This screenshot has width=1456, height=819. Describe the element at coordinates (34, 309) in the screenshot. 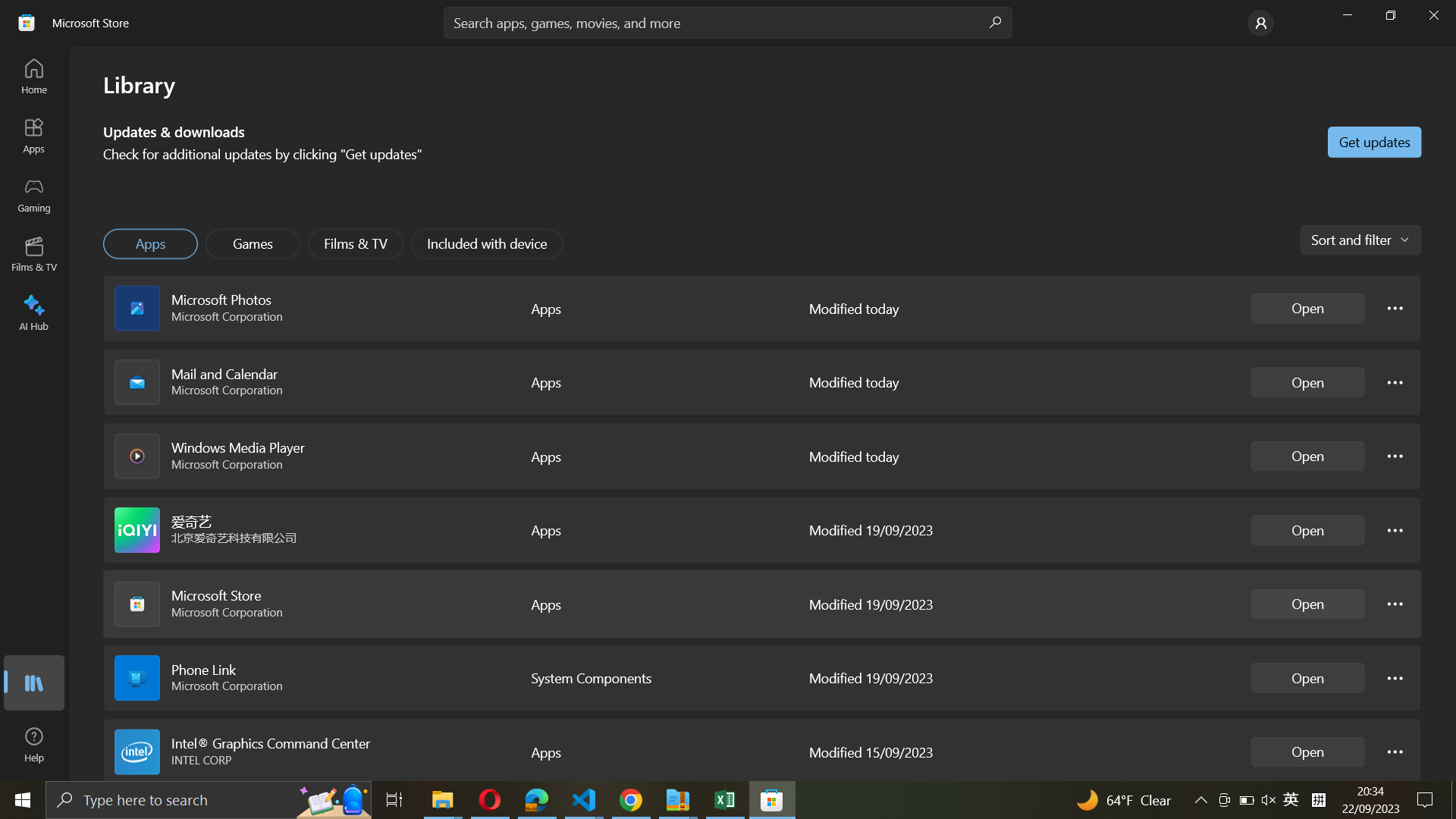

I see `Activate AI Hub button` at that location.